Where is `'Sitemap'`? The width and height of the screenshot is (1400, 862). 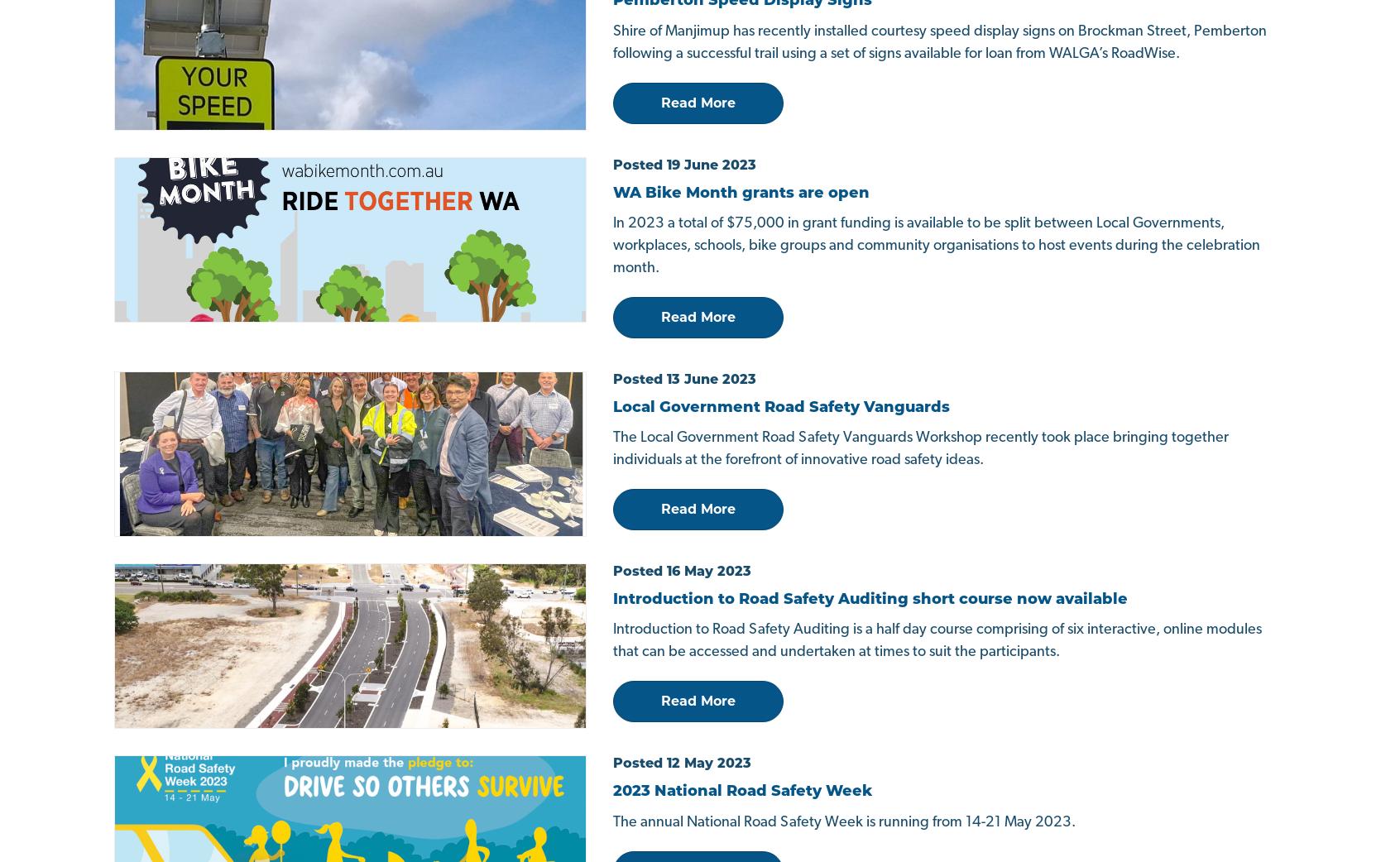 'Sitemap' is located at coordinates (664, 763).